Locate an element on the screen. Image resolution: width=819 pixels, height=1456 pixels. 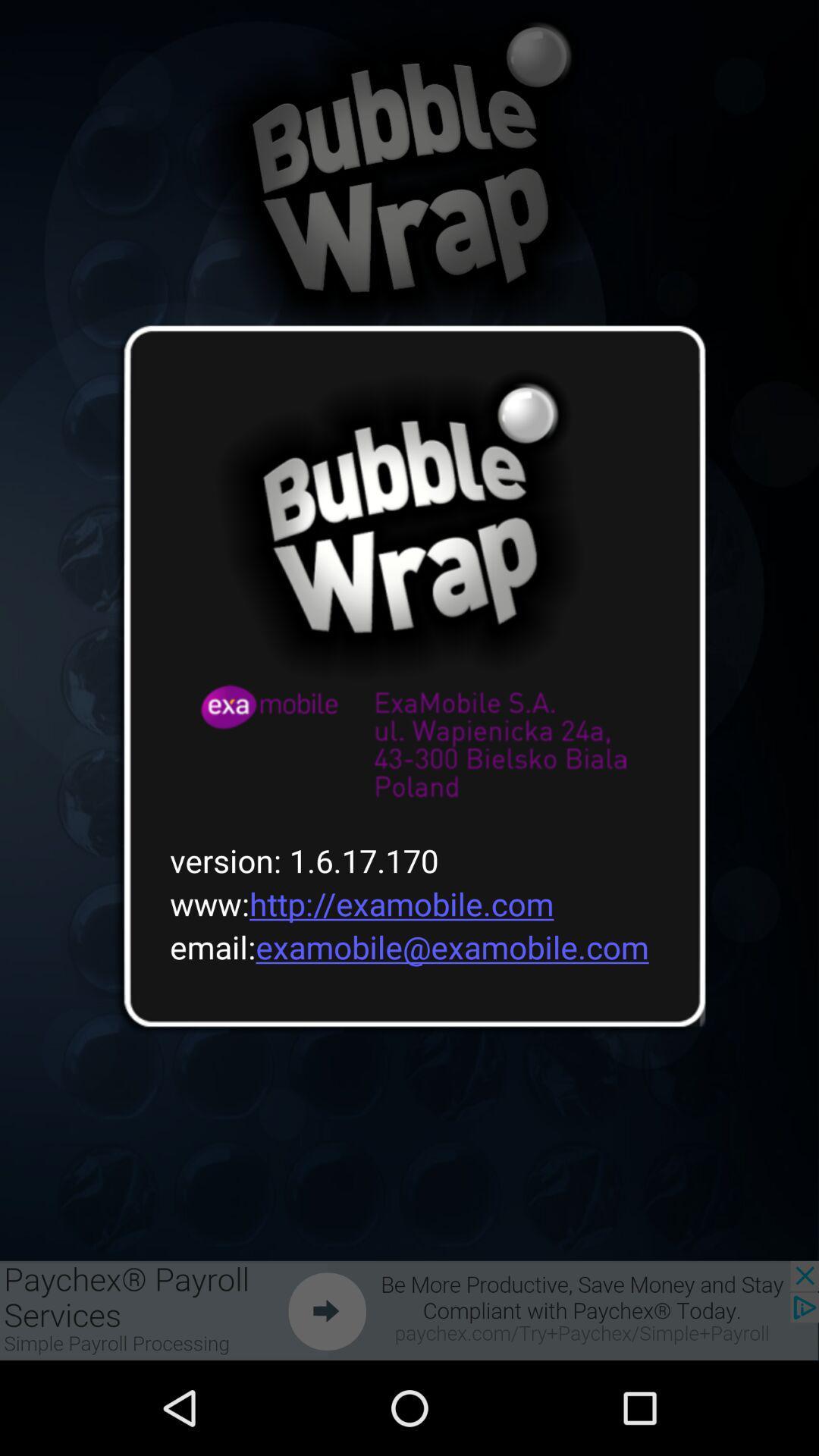
item above the email examobile examobile is located at coordinates (352, 903).